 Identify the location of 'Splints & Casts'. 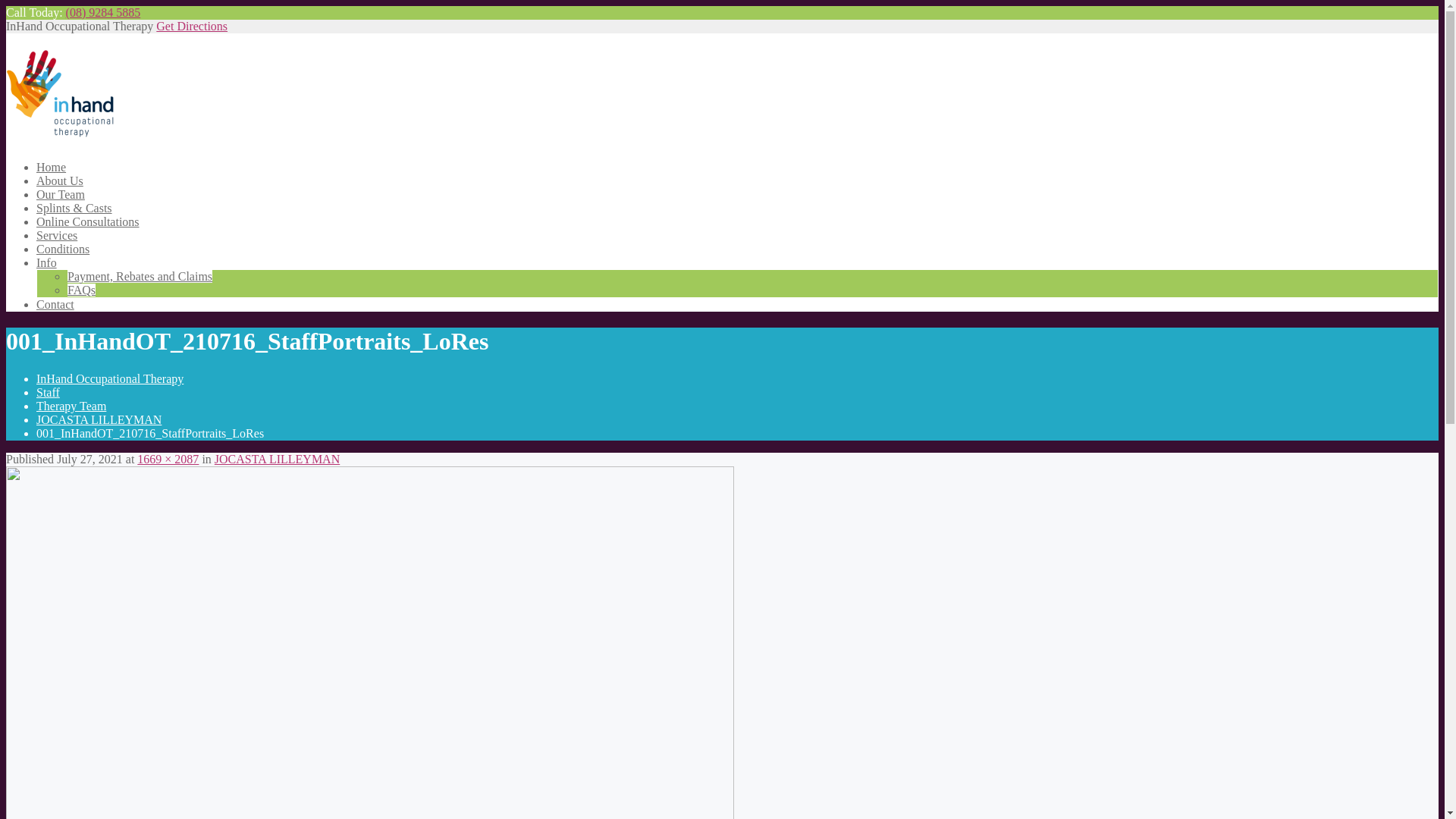
(36, 208).